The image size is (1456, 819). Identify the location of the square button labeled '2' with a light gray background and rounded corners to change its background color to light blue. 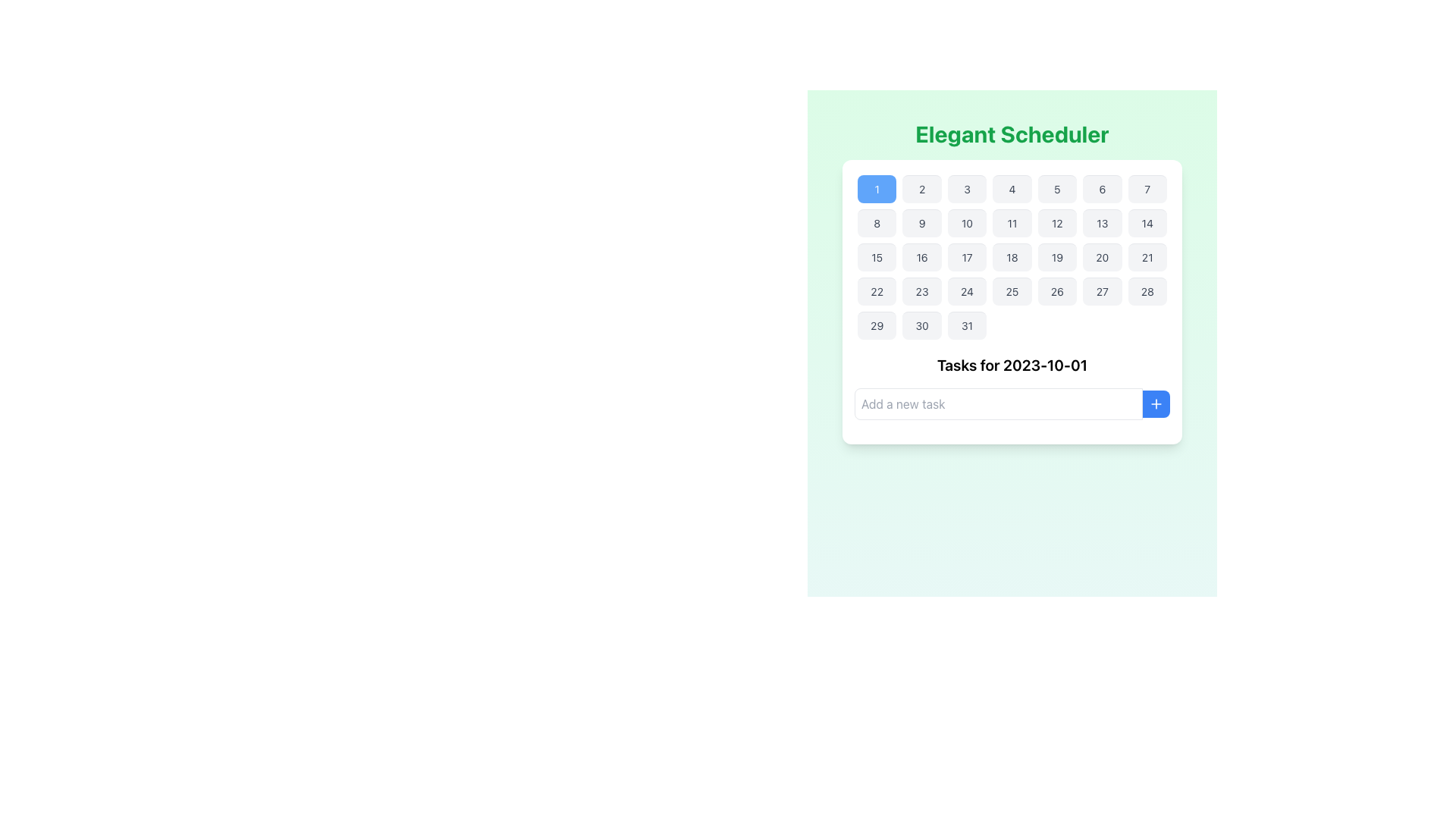
(921, 188).